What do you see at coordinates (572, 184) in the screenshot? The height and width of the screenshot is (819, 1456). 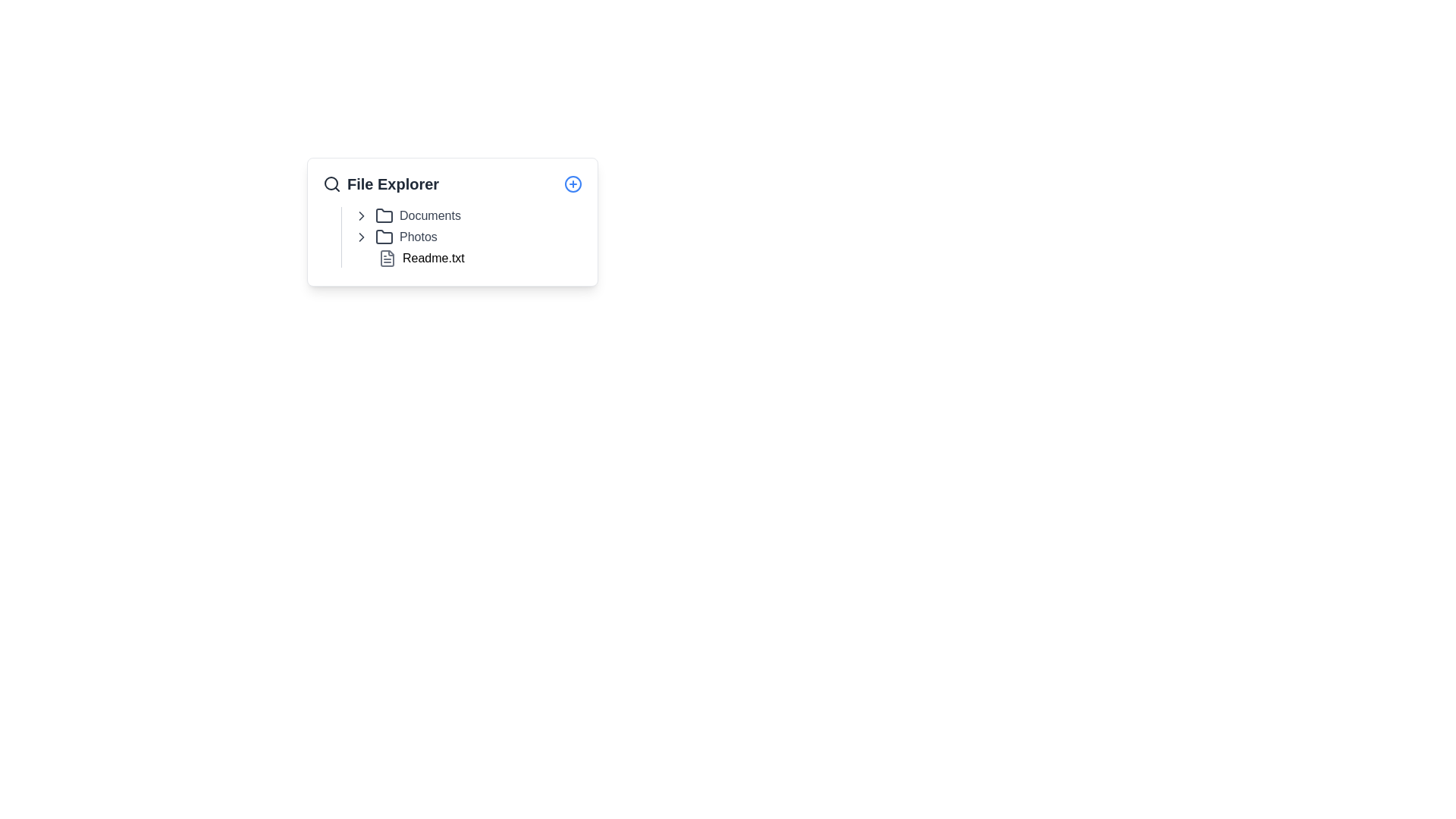 I see `the rightmost icon button in the 'File Explorer' section` at bounding box center [572, 184].